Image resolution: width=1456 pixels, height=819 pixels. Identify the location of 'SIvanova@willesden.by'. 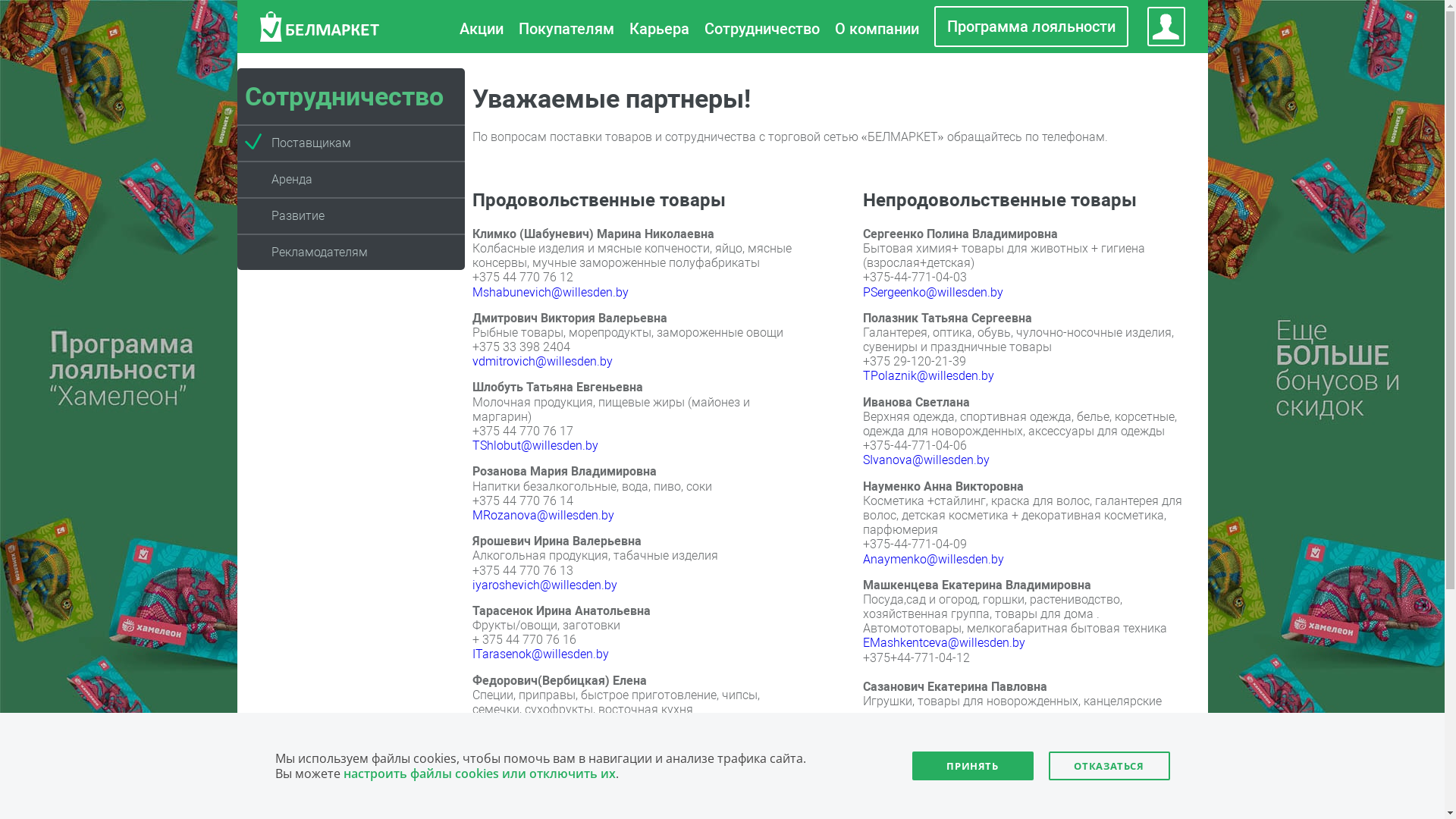
(862, 459).